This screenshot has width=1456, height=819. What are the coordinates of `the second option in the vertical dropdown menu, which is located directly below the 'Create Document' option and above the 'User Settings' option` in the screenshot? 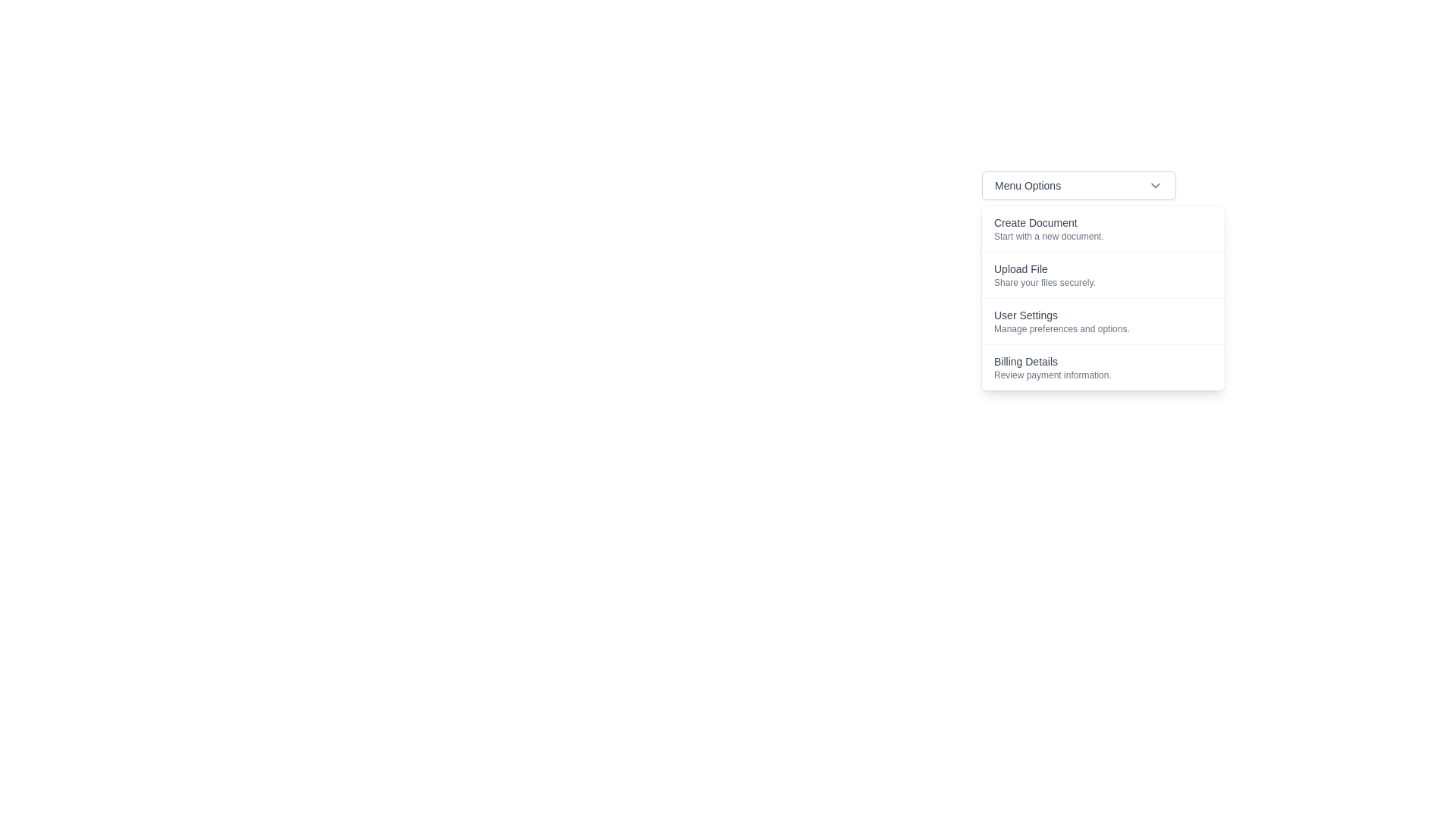 It's located at (1103, 275).